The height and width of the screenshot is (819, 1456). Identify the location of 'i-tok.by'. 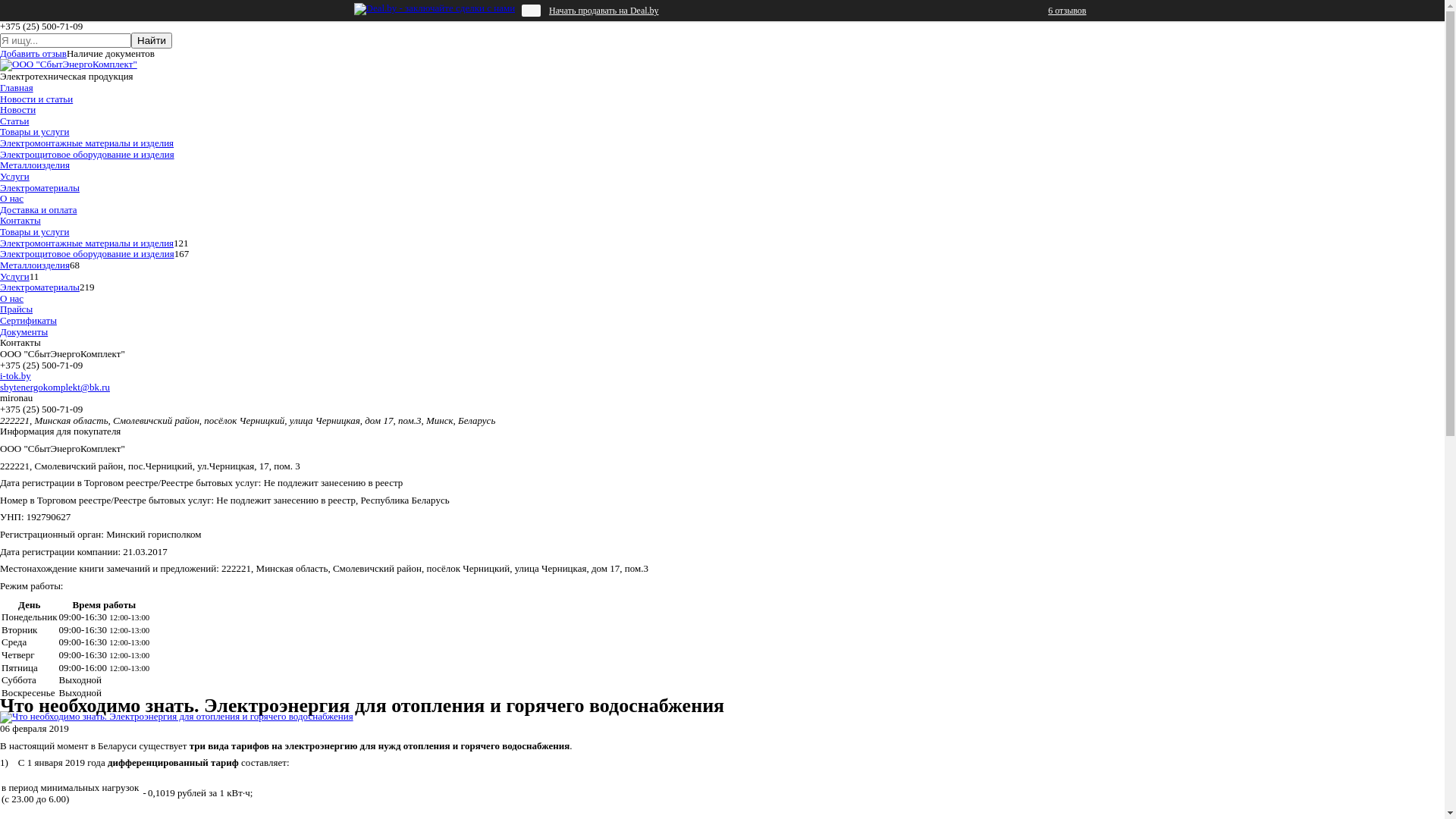
(0, 375).